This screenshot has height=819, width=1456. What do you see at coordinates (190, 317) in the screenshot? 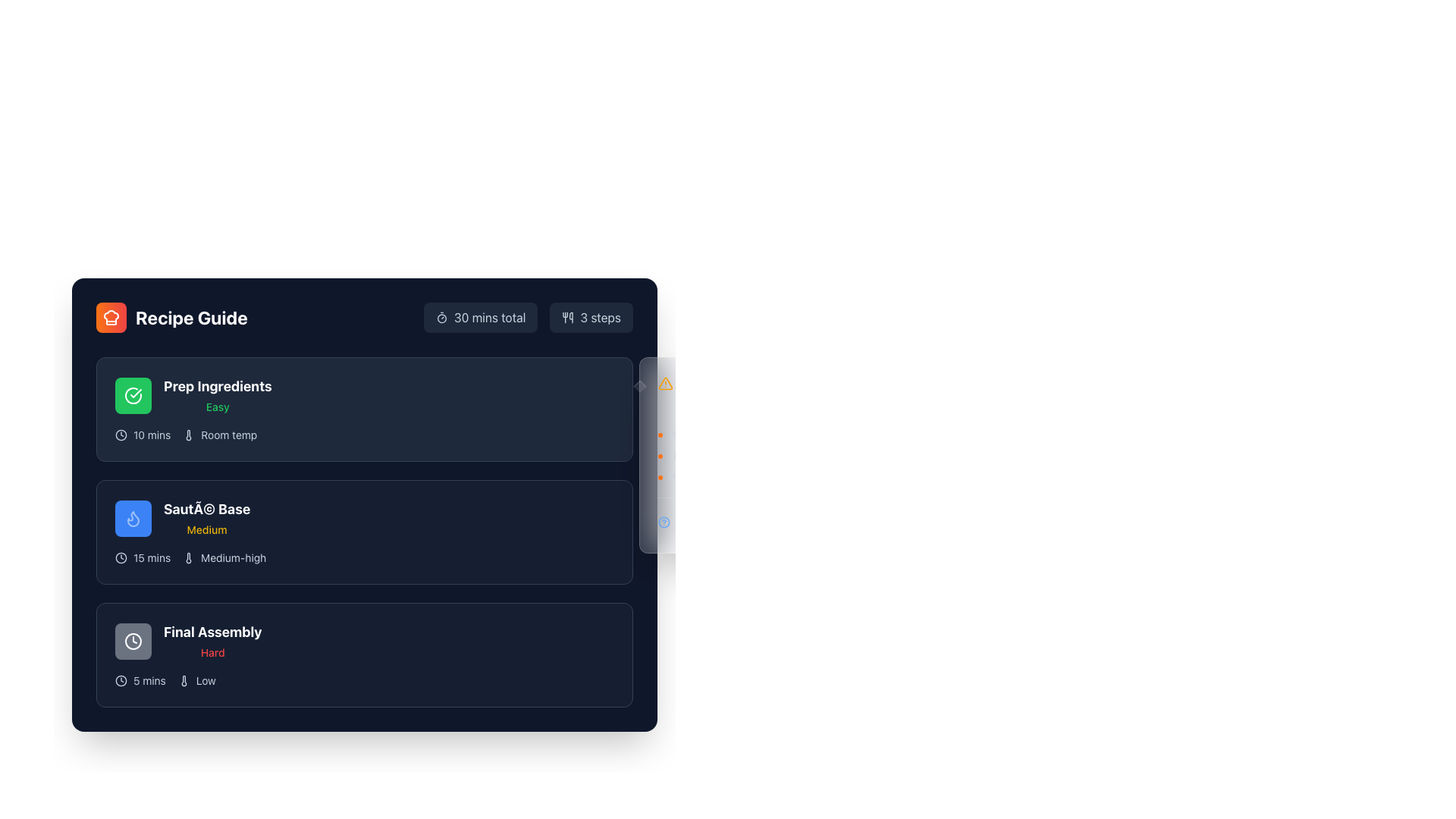
I see `the 'Recipe Guide' text label which serves as a title or heading for the interface, providing context to users` at bounding box center [190, 317].